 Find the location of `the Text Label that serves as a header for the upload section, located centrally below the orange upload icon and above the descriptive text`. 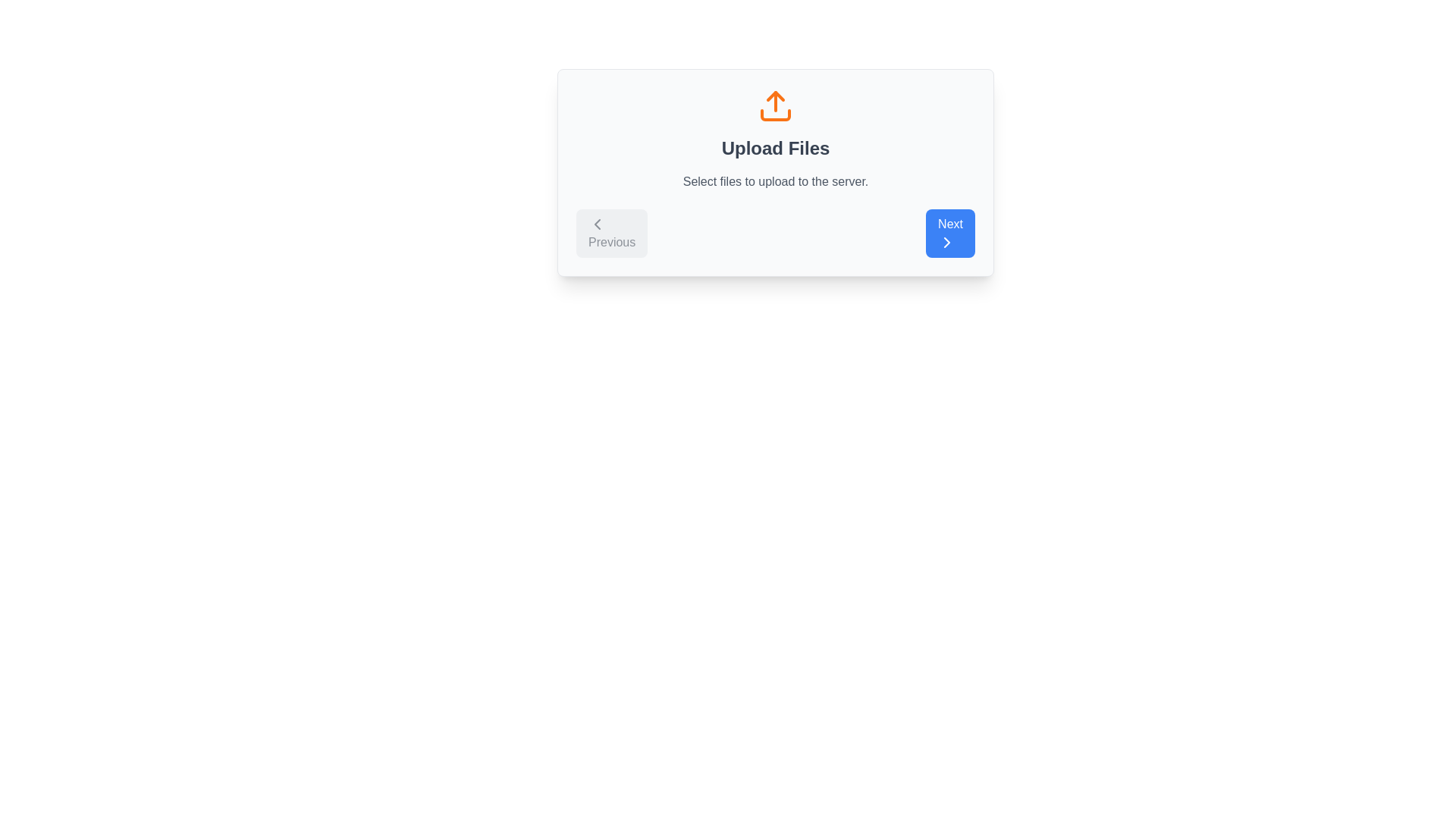

the Text Label that serves as a header for the upload section, located centrally below the orange upload icon and above the descriptive text is located at coordinates (775, 149).